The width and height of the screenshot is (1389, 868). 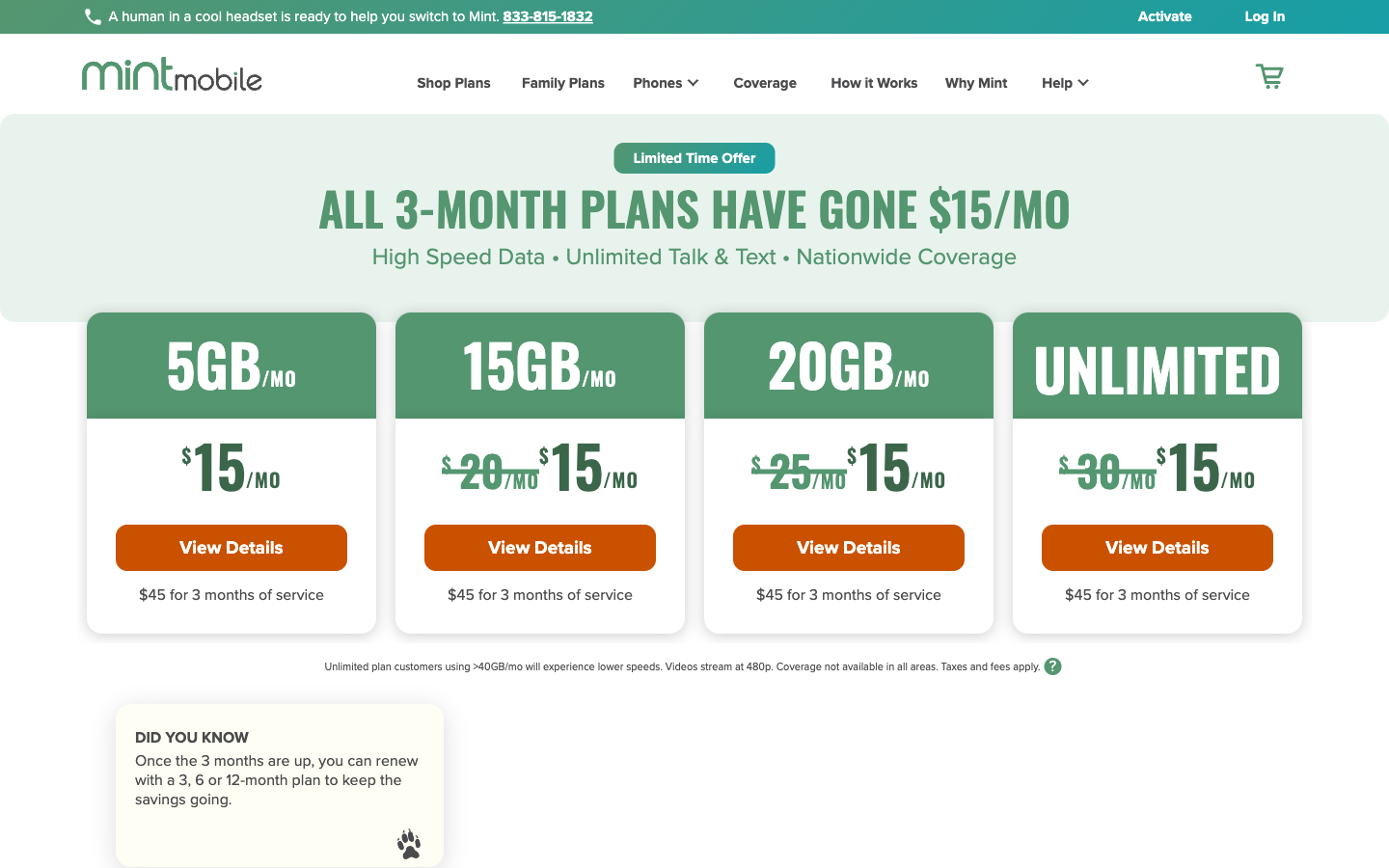 What do you see at coordinates (1052, 85) in the screenshot?
I see `Go to the Help Page` at bounding box center [1052, 85].